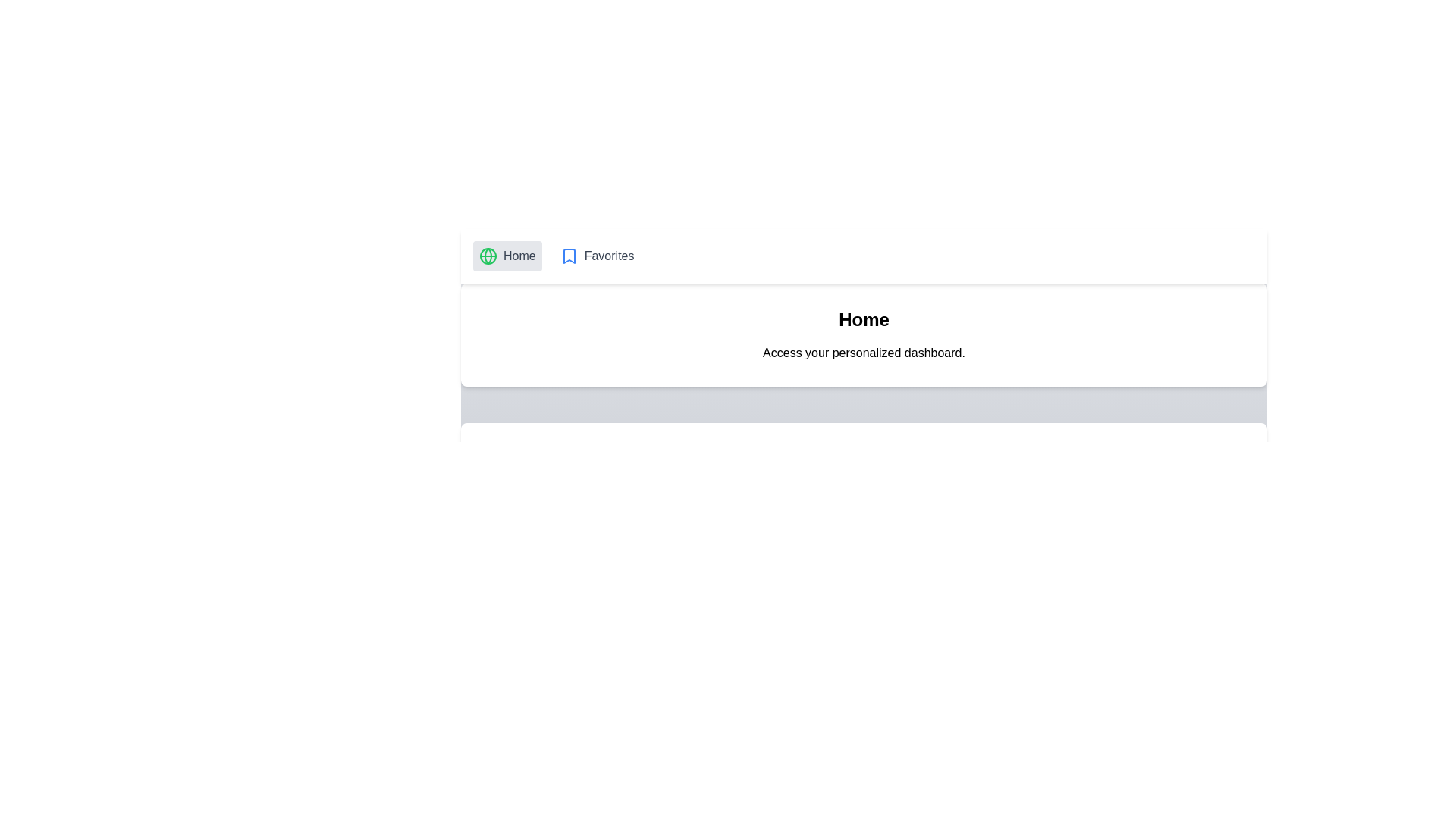 This screenshot has height=819, width=1456. I want to click on the 'Home' hyperlink text styled in medium-weight gray font, which is located in the top navigation bar, so click(519, 256).